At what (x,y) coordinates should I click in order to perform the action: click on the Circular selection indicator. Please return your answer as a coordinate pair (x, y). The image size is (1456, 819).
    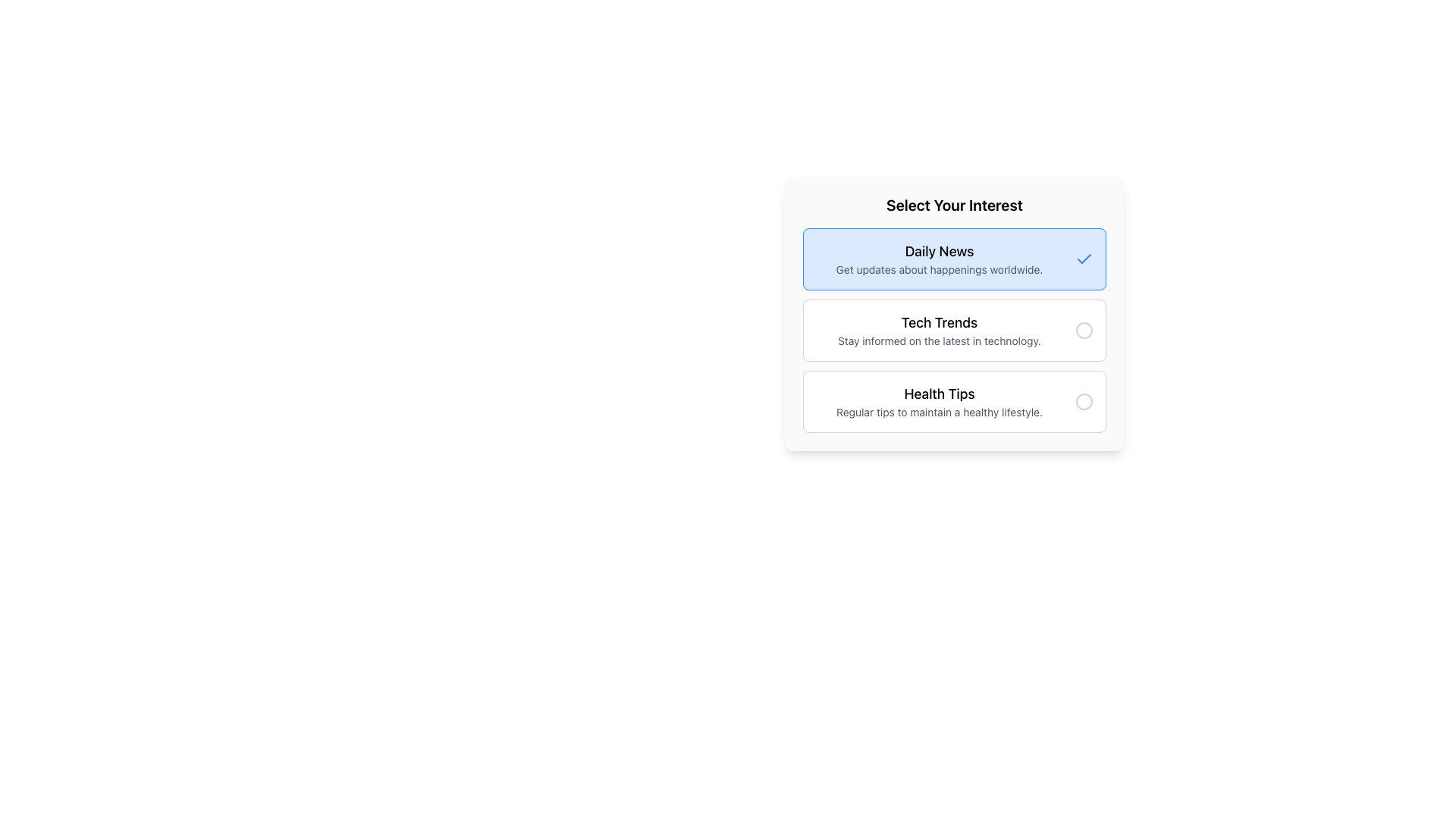
    Looking at the image, I should click on (1084, 400).